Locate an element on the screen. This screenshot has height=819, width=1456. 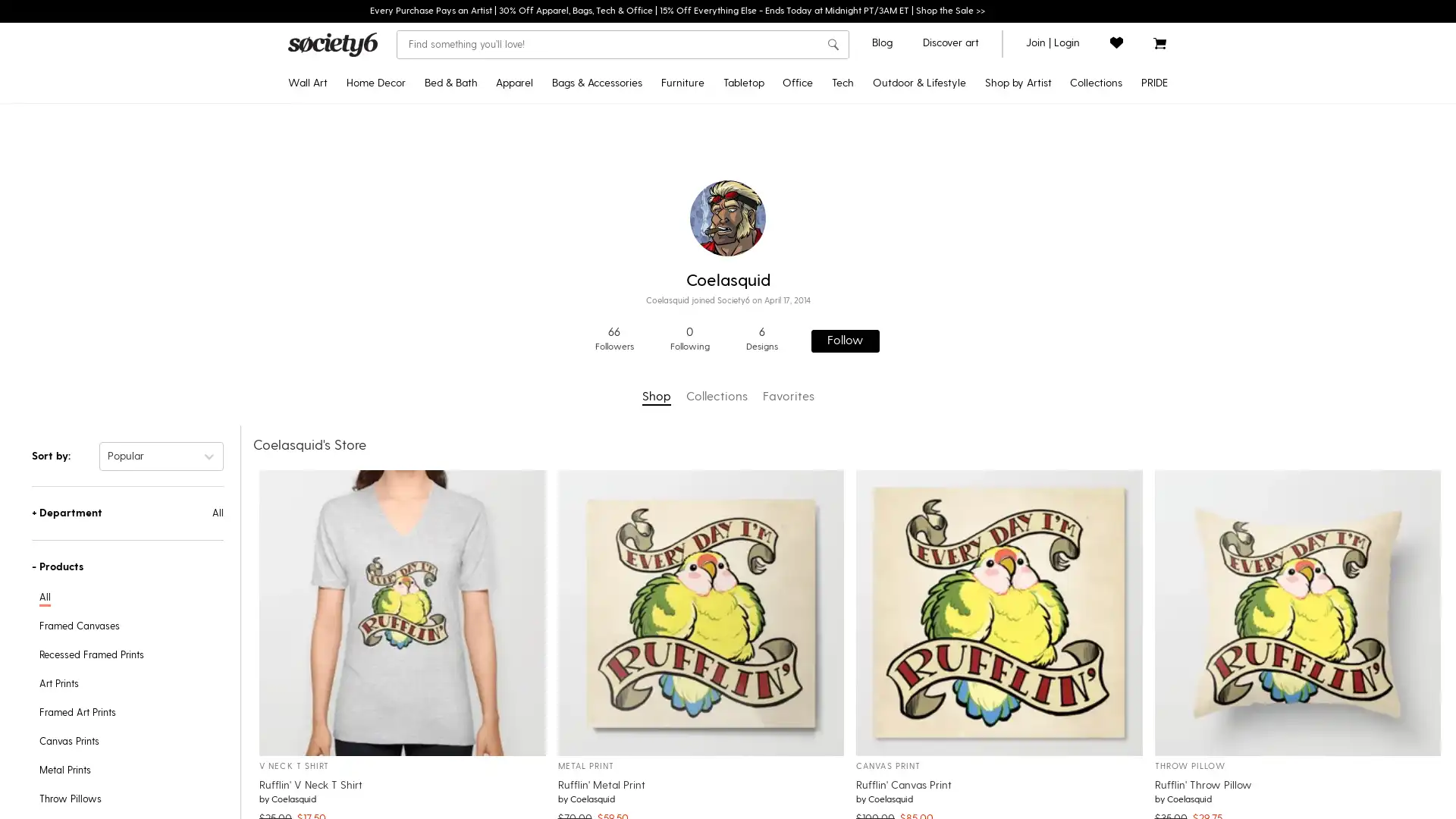
Counter Stools is located at coordinates (708, 194).